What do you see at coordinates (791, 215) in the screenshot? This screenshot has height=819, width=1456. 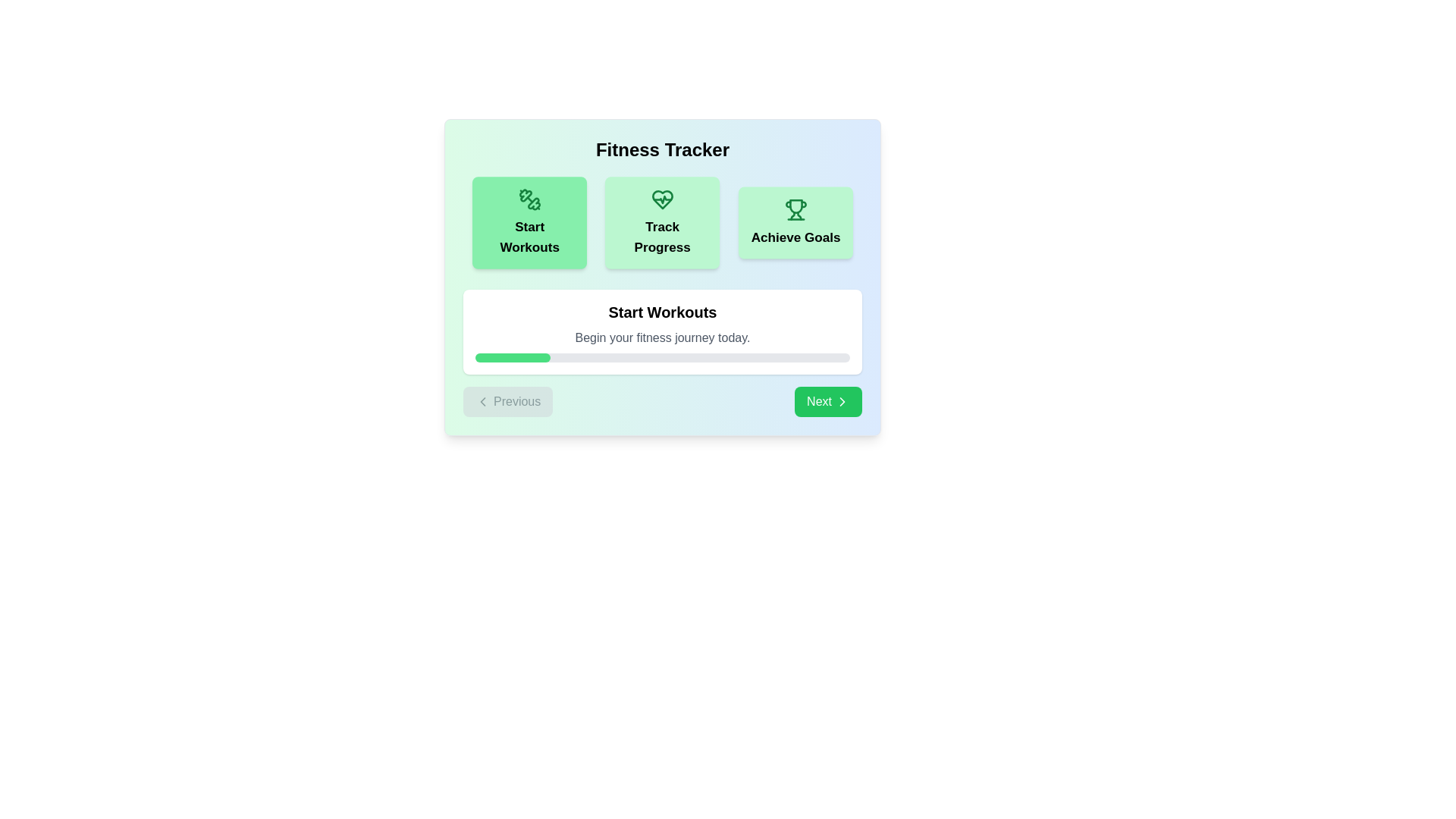 I see `the left handle of the trophy icon within the 'Achieve Goals' button, which is the rightmost button in a set of three buttons` at bounding box center [791, 215].